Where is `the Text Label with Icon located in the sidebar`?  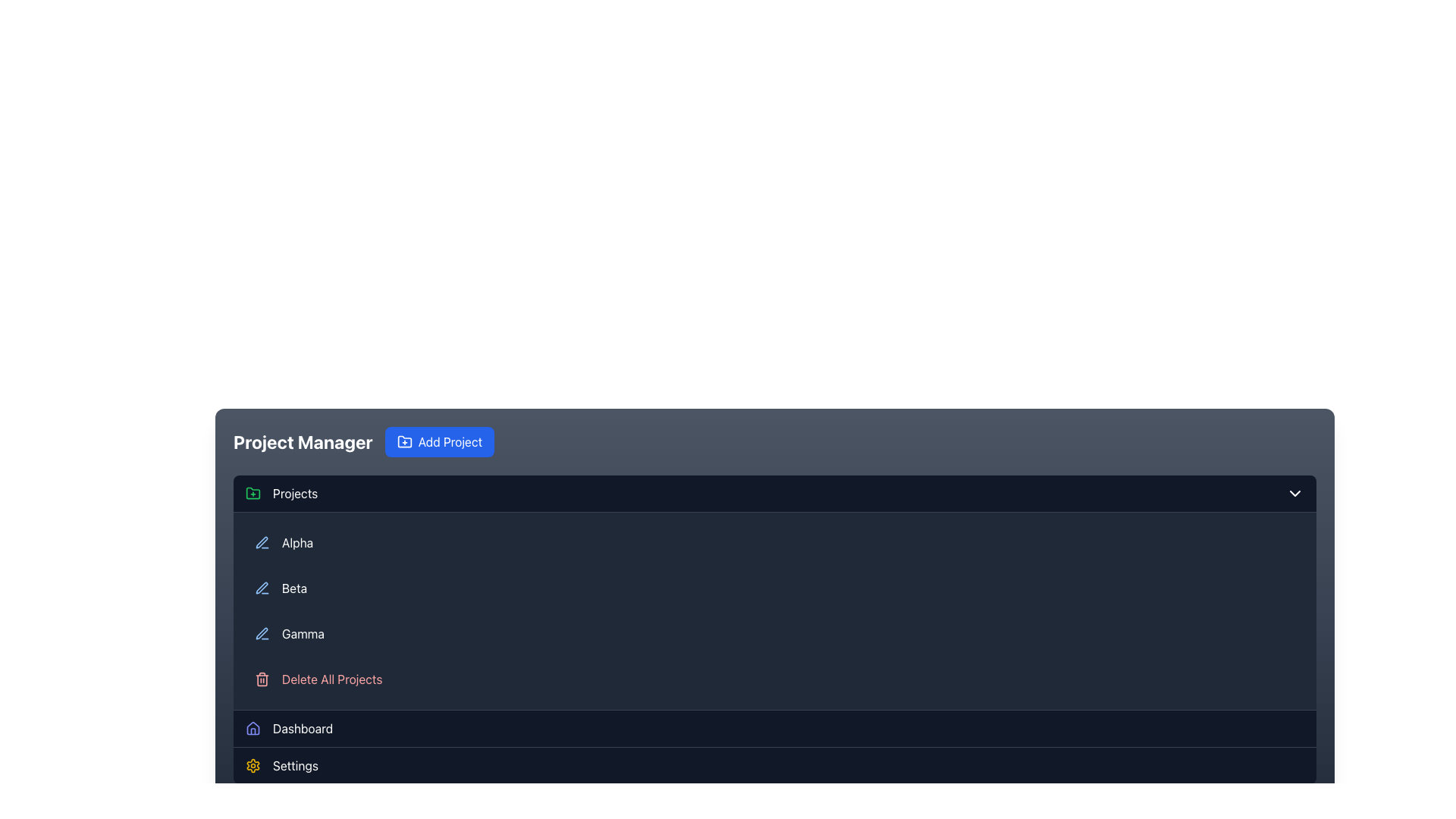 the Text Label with Icon located in the sidebar is located at coordinates (281, 494).